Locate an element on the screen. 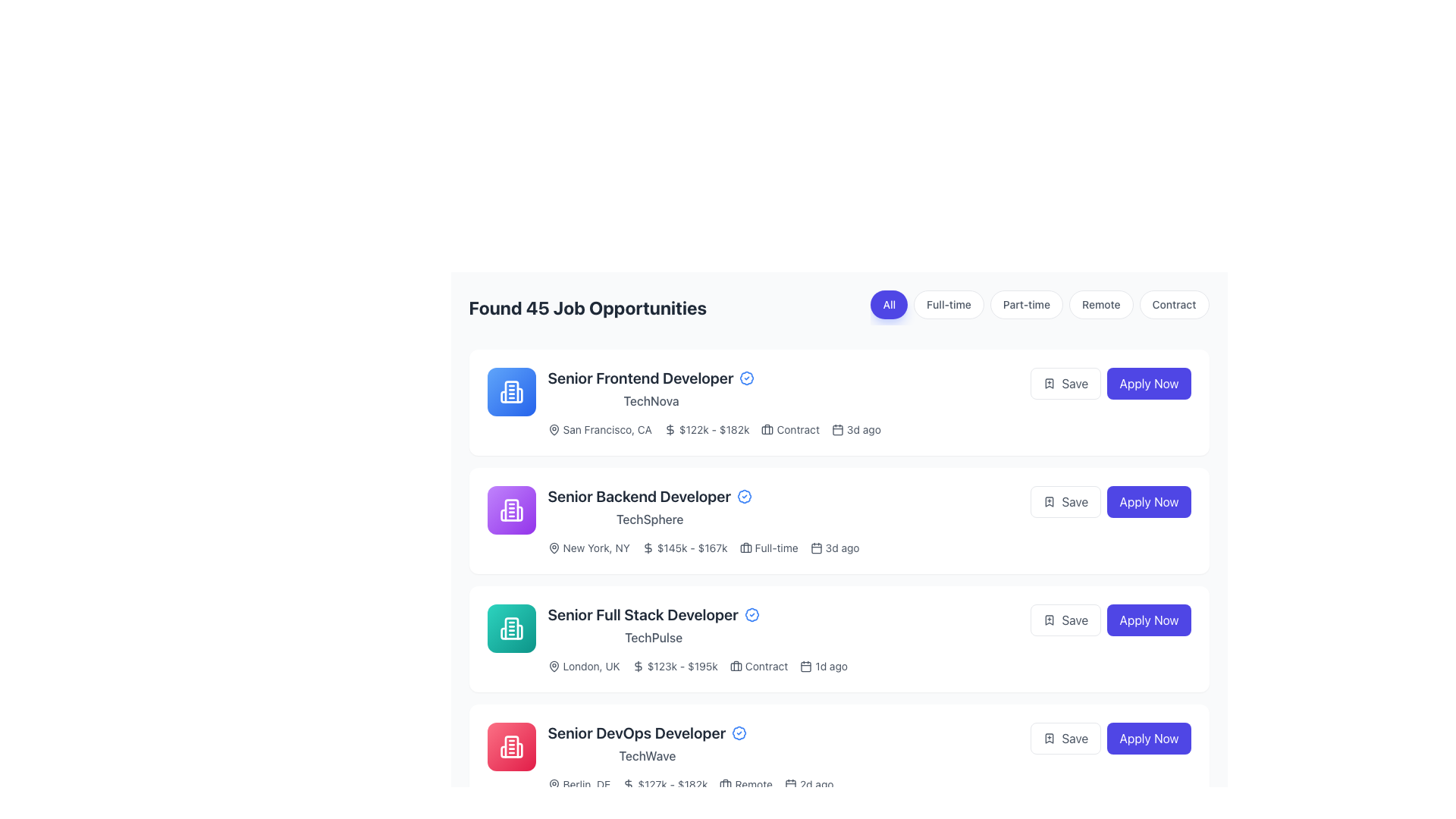 This screenshot has width=1456, height=819. the label displaying the employment type 'Contract' located in the first job opportunity card, positioned between the salary range and posting time is located at coordinates (789, 430).